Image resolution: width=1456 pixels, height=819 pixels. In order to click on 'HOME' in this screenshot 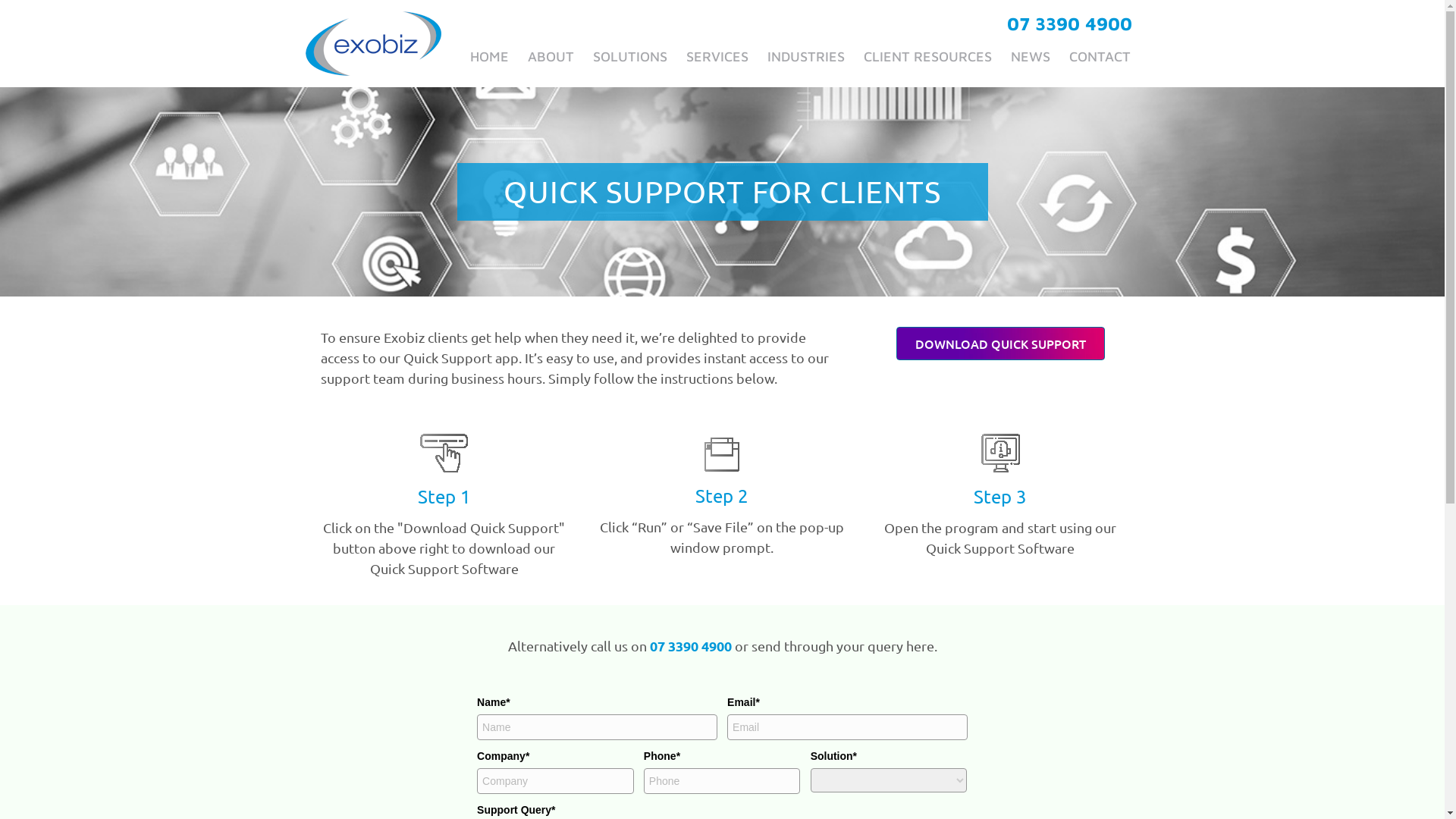, I will do `click(489, 55)`.